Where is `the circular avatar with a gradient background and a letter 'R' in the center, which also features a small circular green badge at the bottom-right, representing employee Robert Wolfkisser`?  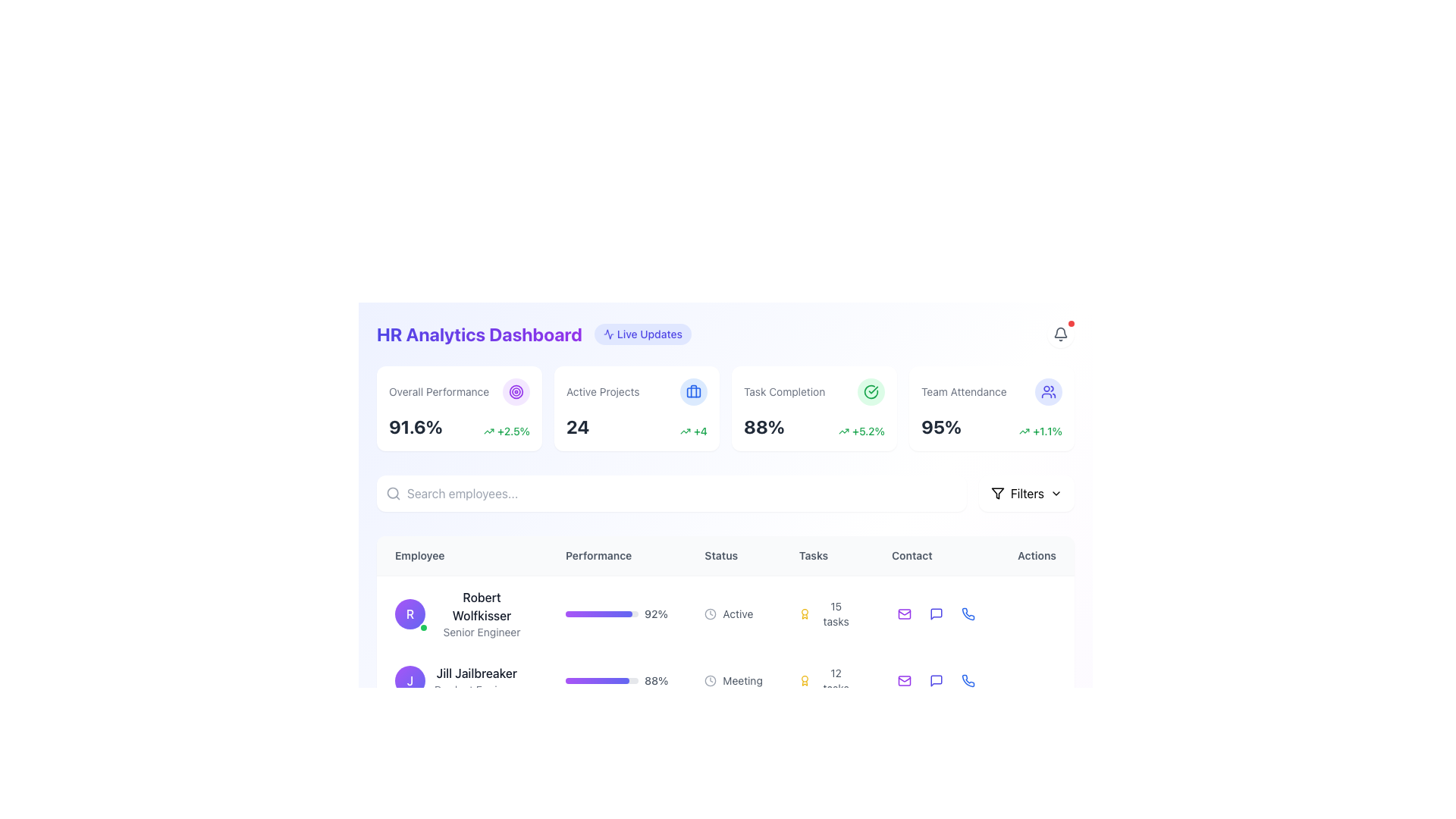 the circular avatar with a gradient background and a letter 'R' in the center, which also features a small circular green badge at the bottom-right, representing employee Robert Wolfkisser is located at coordinates (410, 614).